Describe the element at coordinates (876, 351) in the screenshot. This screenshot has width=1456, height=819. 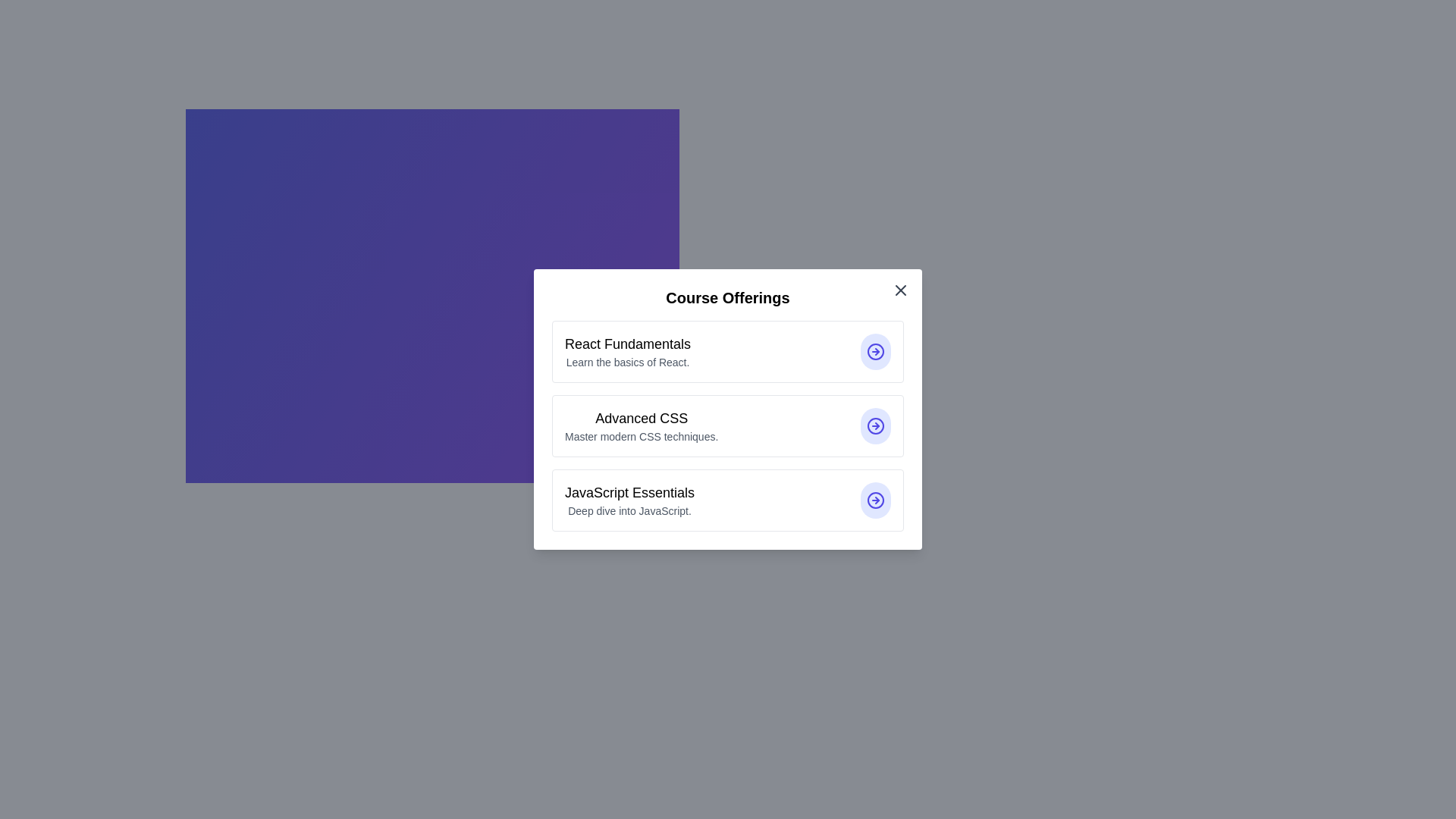
I see `the Circular navigation button located at the far right of the 'React Fundamentals' course item block to change its background color` at that location.